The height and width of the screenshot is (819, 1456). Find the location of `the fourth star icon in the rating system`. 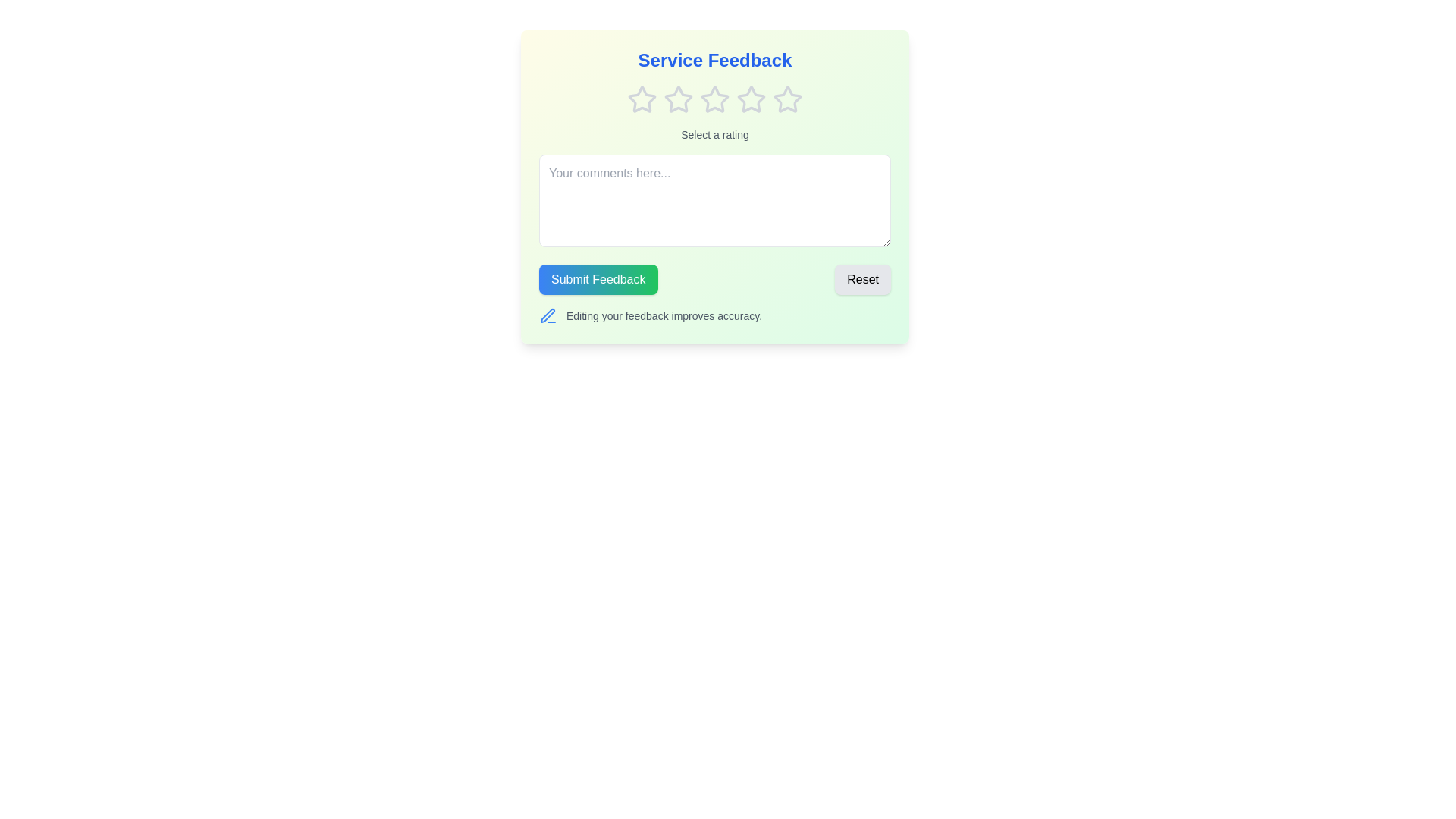

the fourth star icon in the rating system is located at coordinates (751, 99).